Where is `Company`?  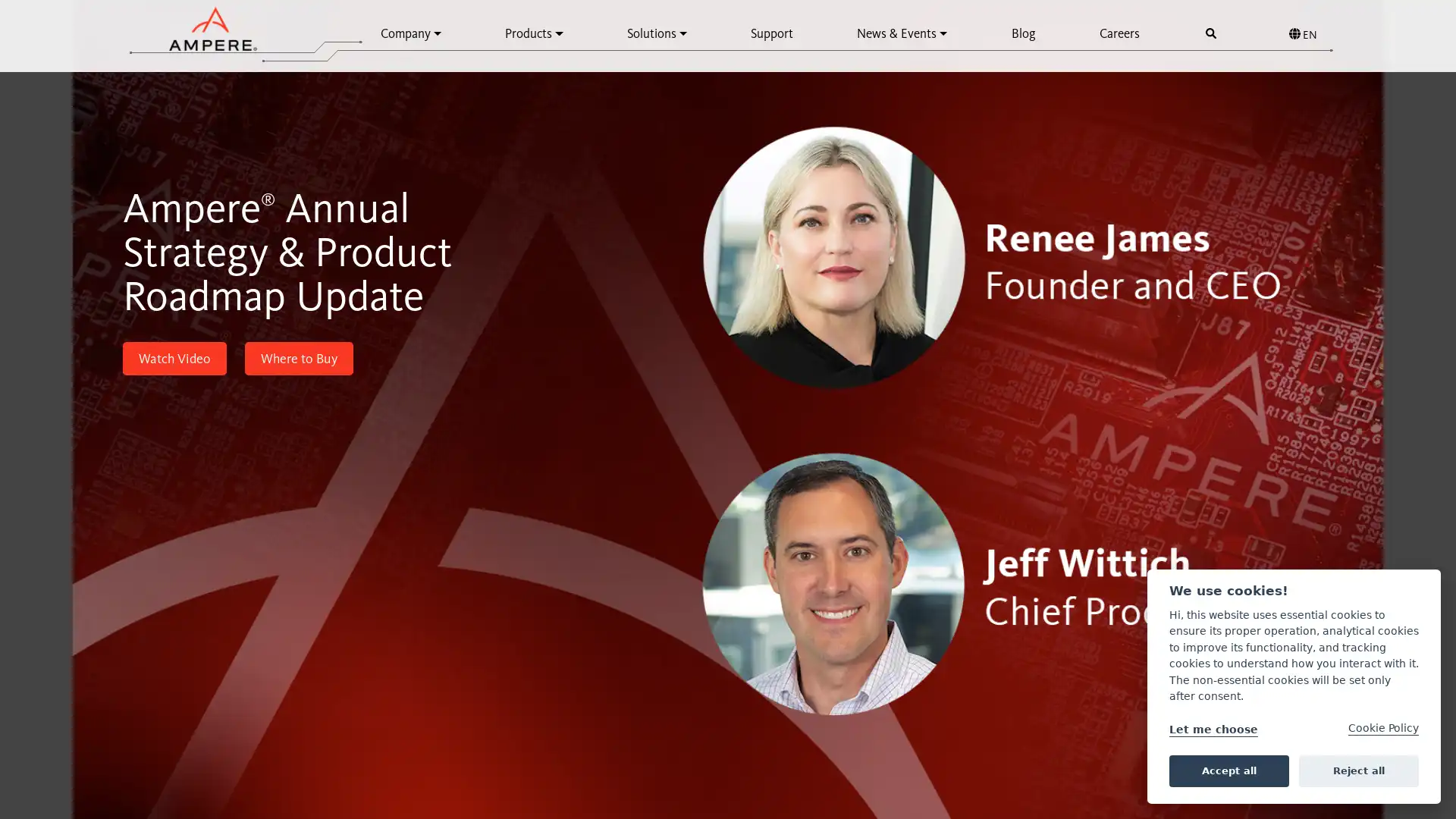 Company is located at coordinates (411, 33).